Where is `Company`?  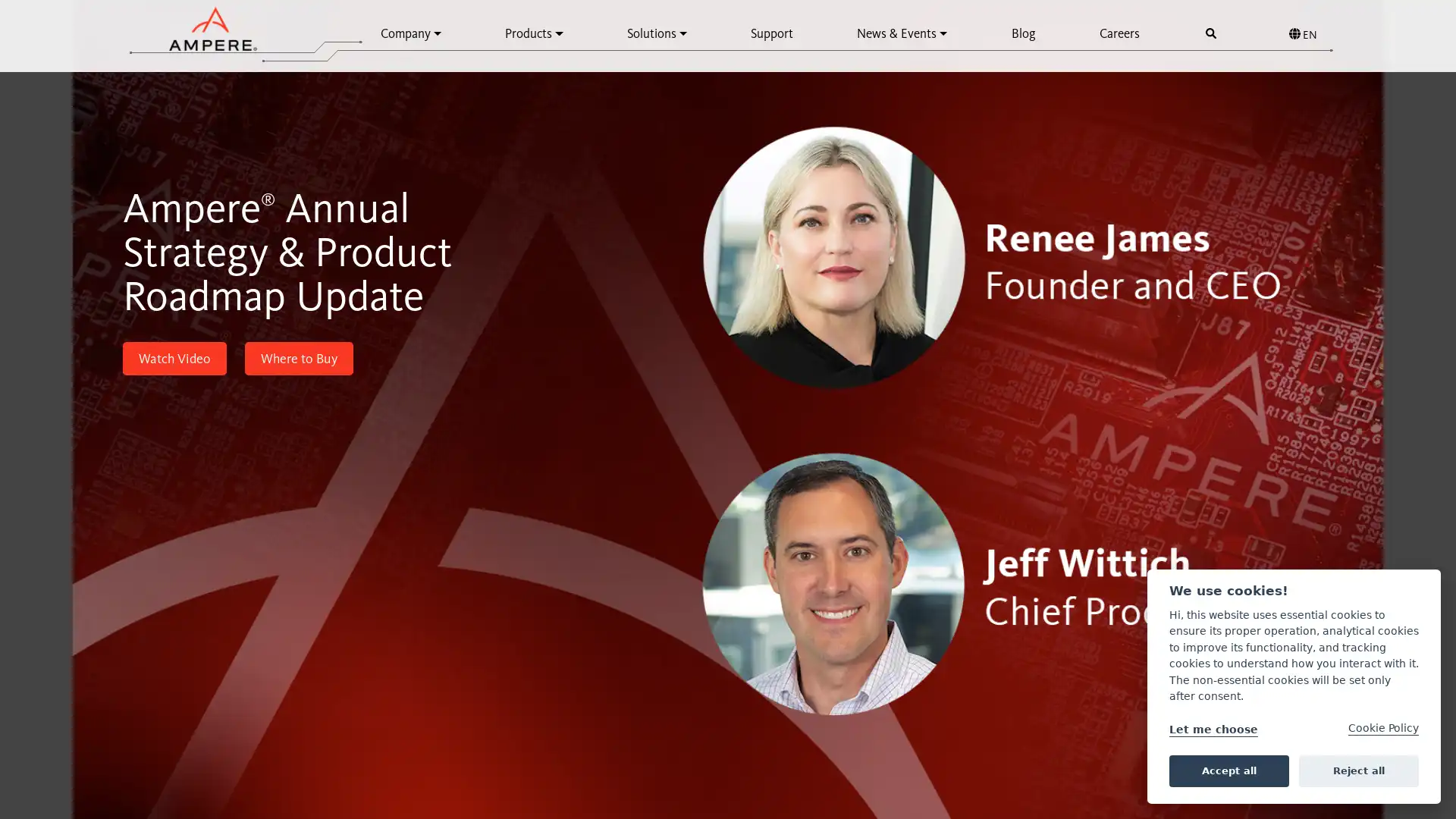 Company is located at coordinates (411, 33).